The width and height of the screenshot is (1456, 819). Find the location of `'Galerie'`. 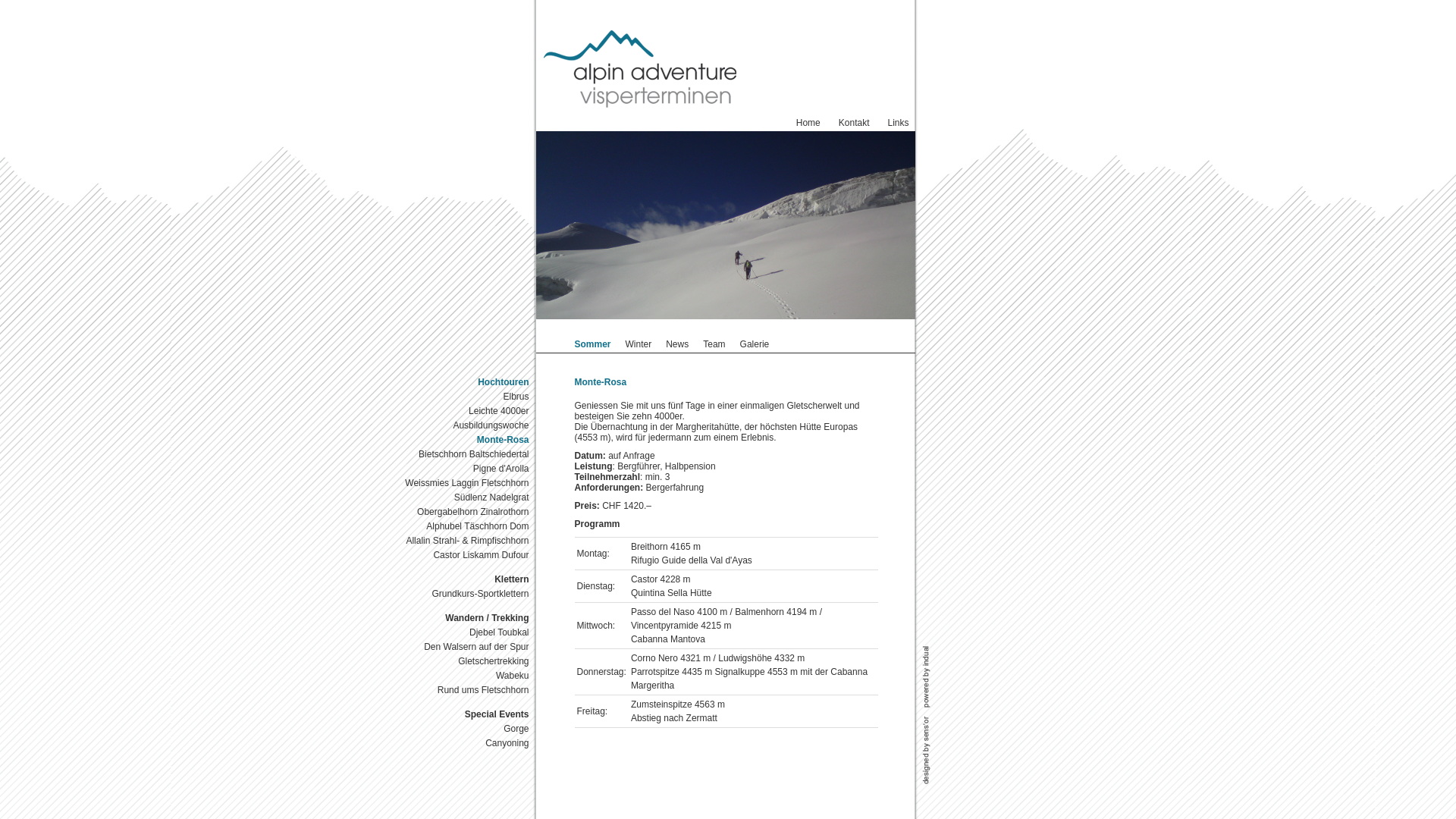

'Galerie' is located at coordinates (739, 344).